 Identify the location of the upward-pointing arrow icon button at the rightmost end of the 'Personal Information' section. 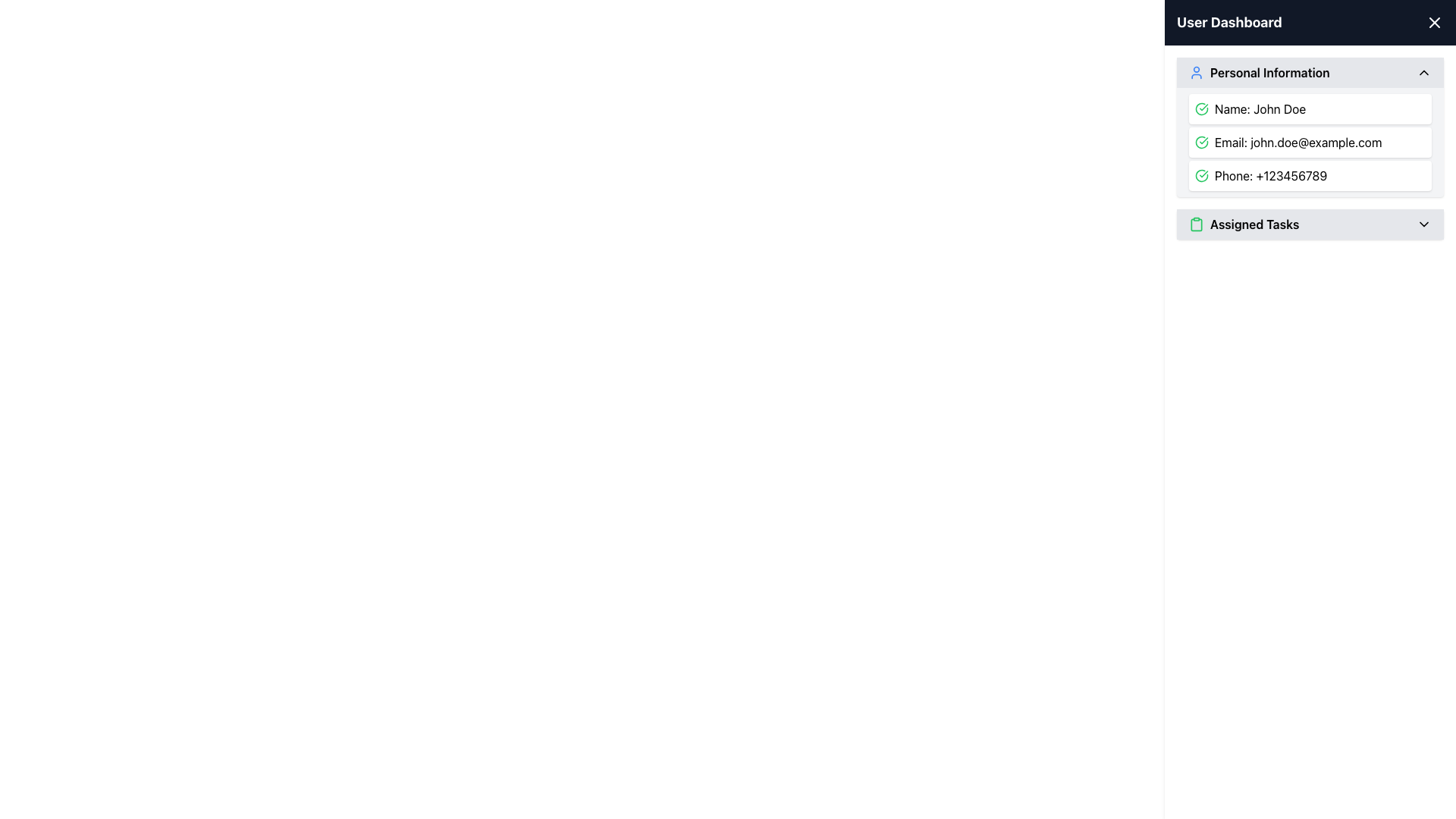
(1423, 73).